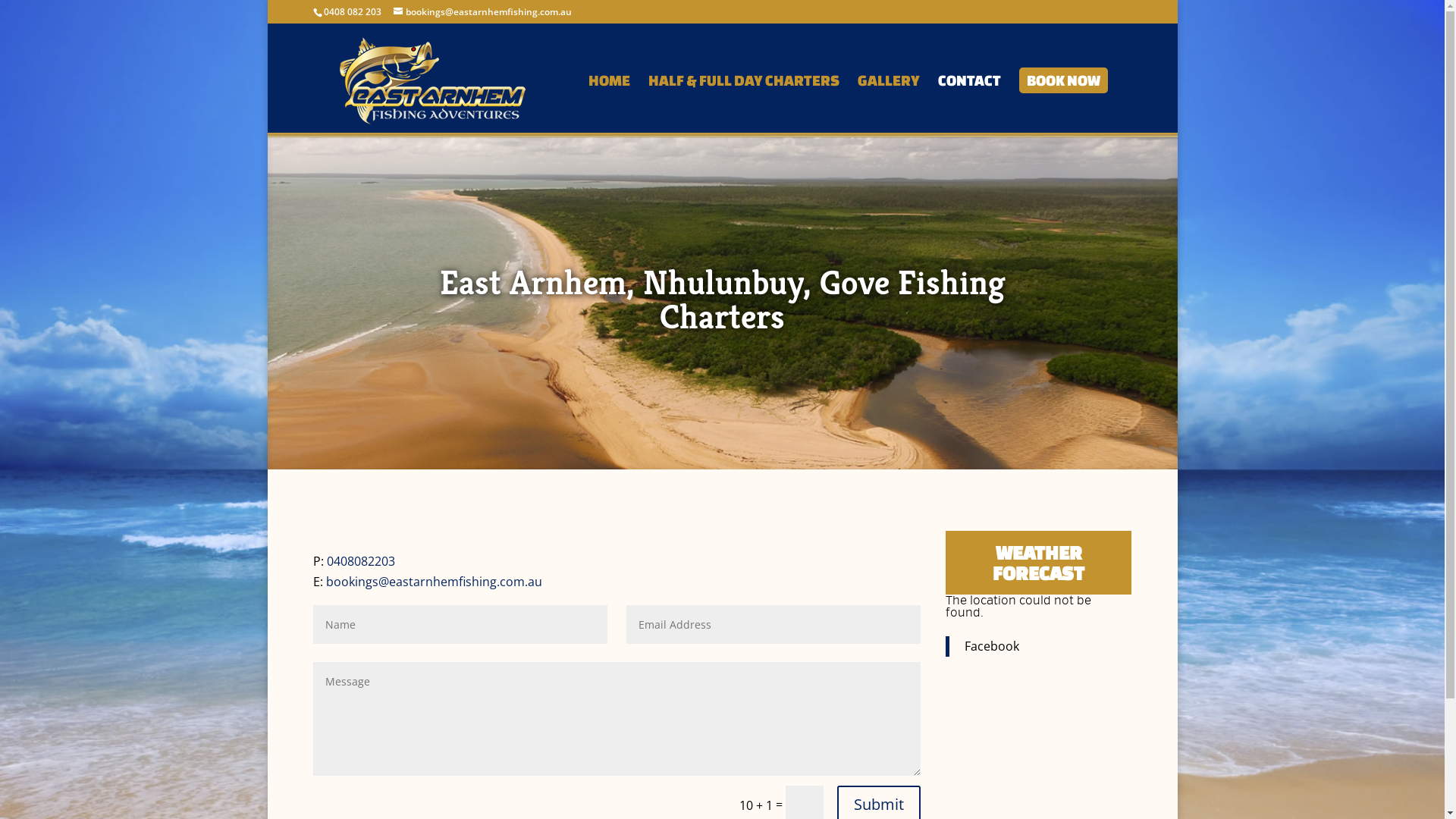 The width and height of the screenshot is (1456, 819). Describe the element at coordinates (481, 11) in the screenshot. I see `'bookings@eastarnhemfishing.com.au'` at that location.